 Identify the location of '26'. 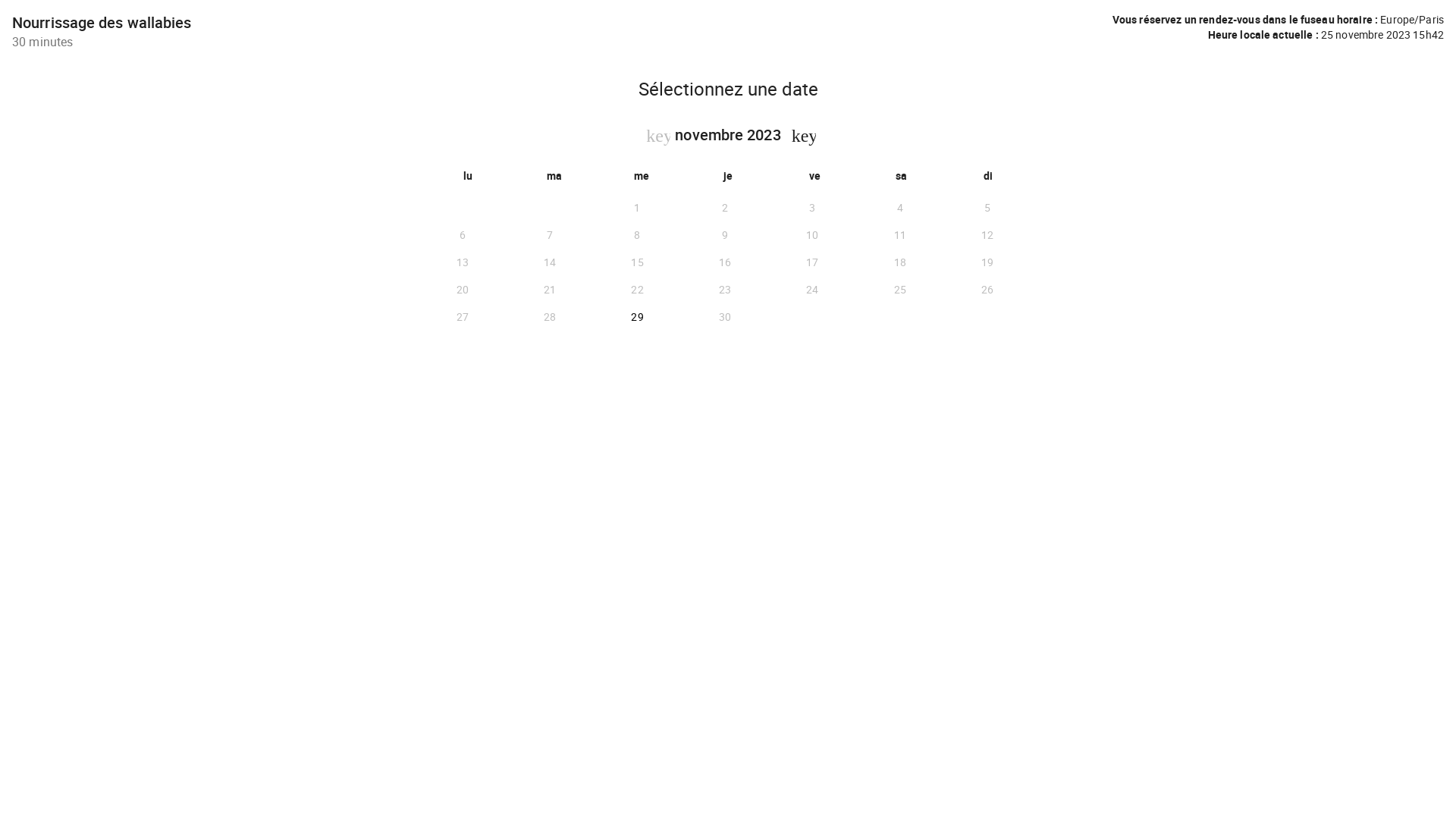
(987, 289).